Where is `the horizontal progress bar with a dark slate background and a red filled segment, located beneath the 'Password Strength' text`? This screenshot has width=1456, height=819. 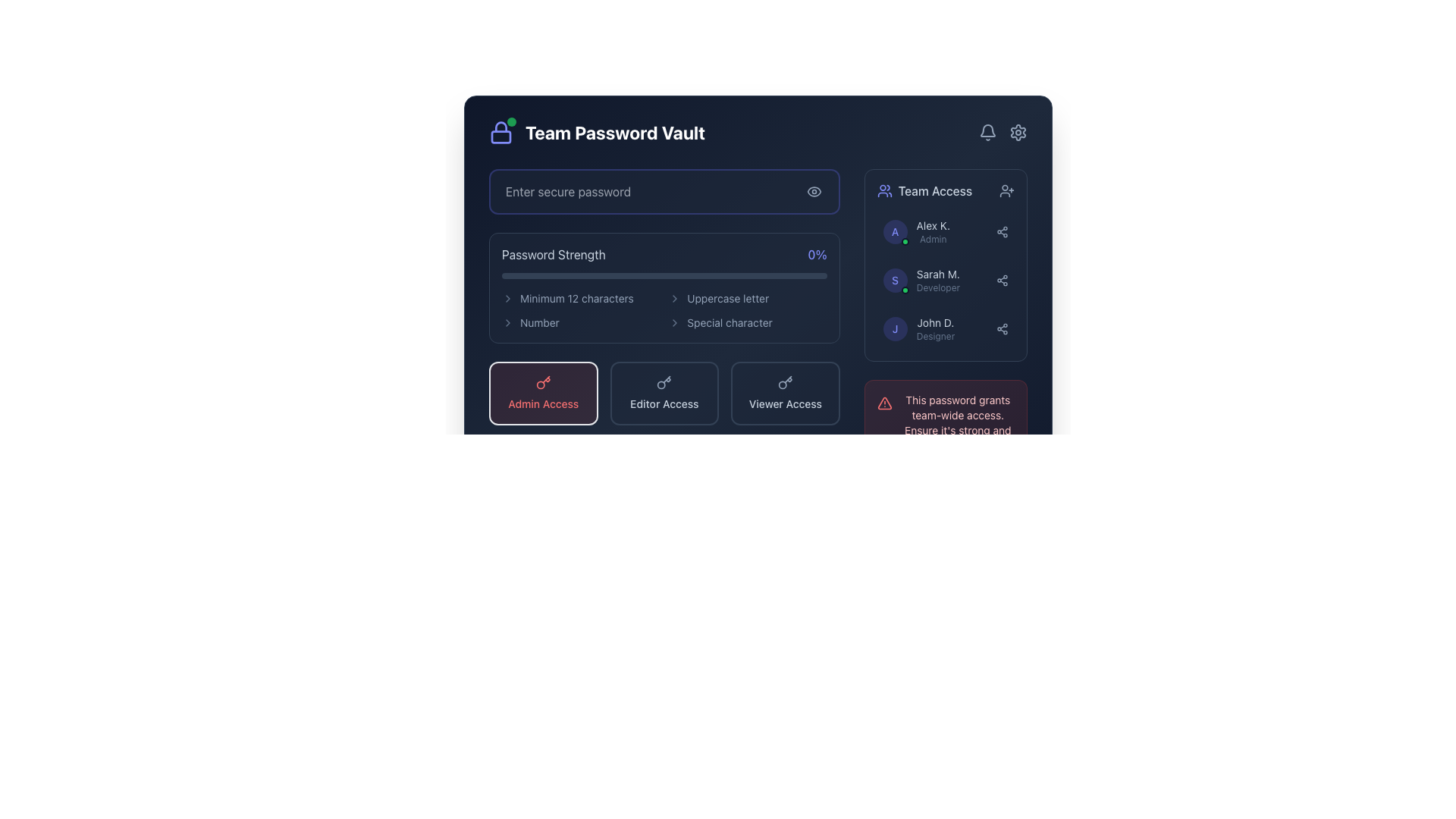
the horizontal progress bar with a dark slate background and a red filled segment, located beneath the 'Password Strength' text is located at coordinates (664, 275).